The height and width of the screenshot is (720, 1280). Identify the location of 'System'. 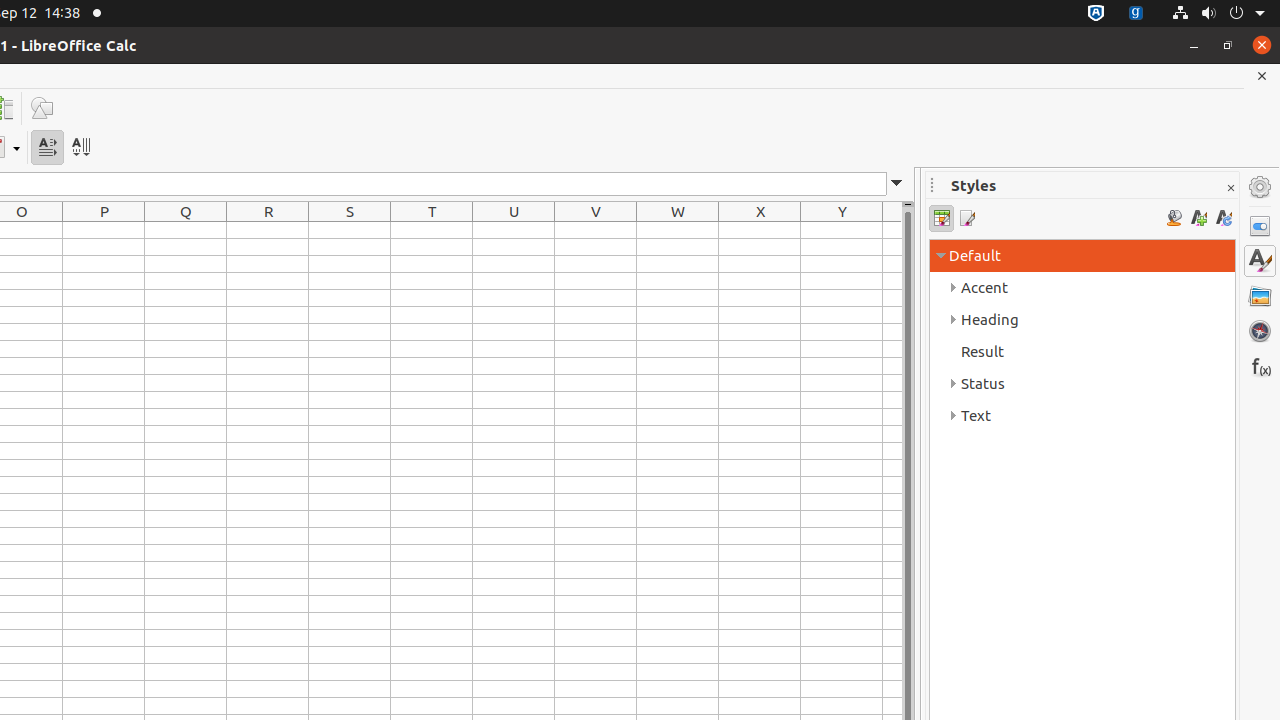
(1217, 13).